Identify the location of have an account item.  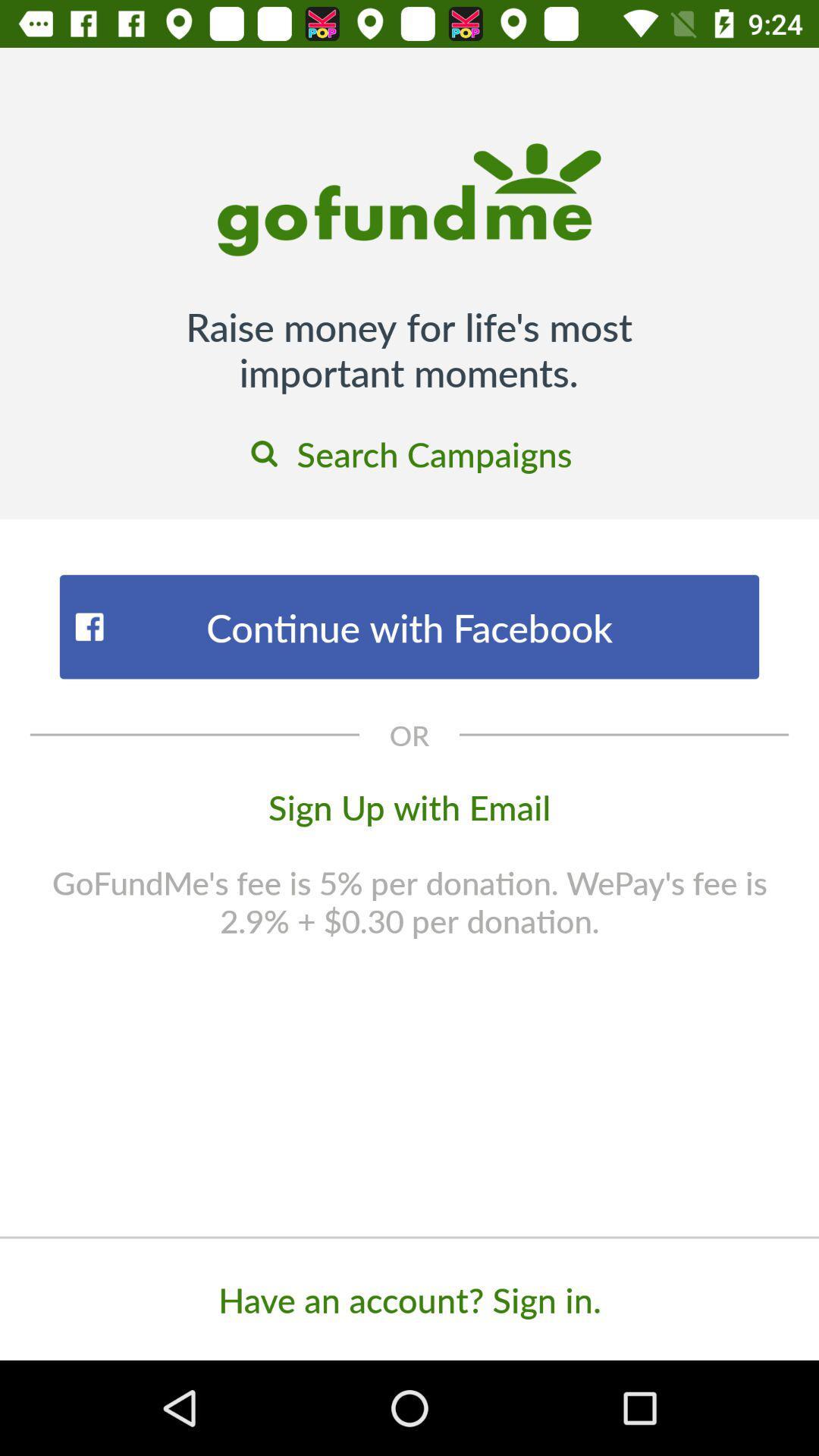
(409, 1298).